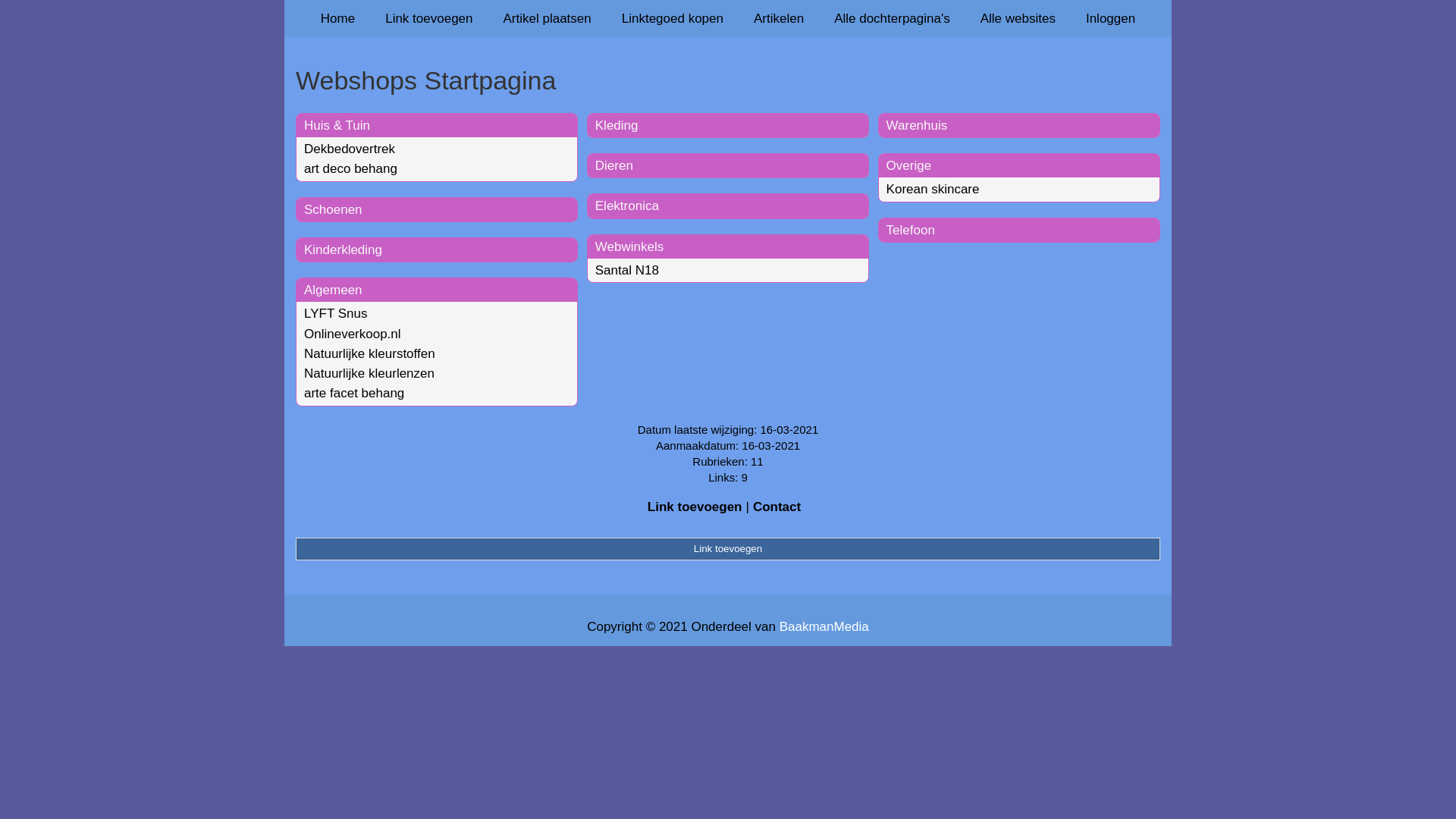 This screenshot has height=819, width=1456. Describe the element at coordinates (818, 18) in the screenshot. I see `'Alle dochterpagina's'` at that location.